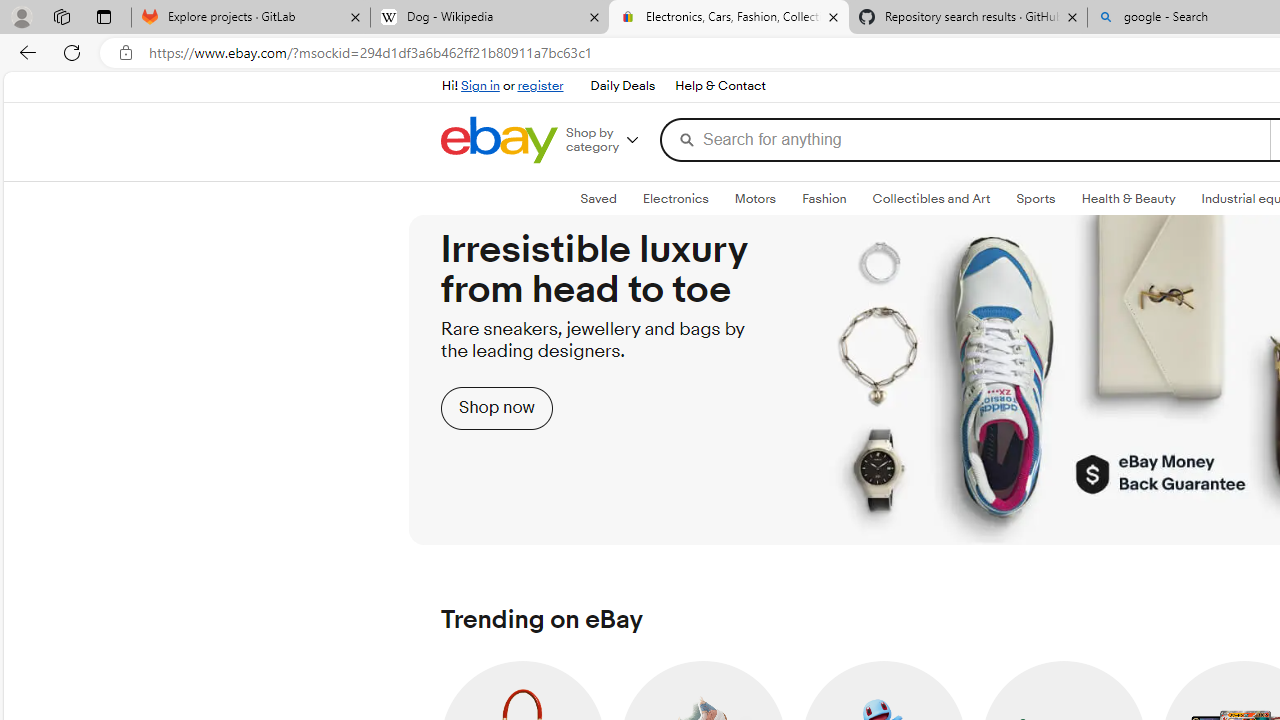  What do you see at coordinates (490, 17) in the screenshot?
I see `'Dog - Wikipedia'` at bounding box center [490, 17].